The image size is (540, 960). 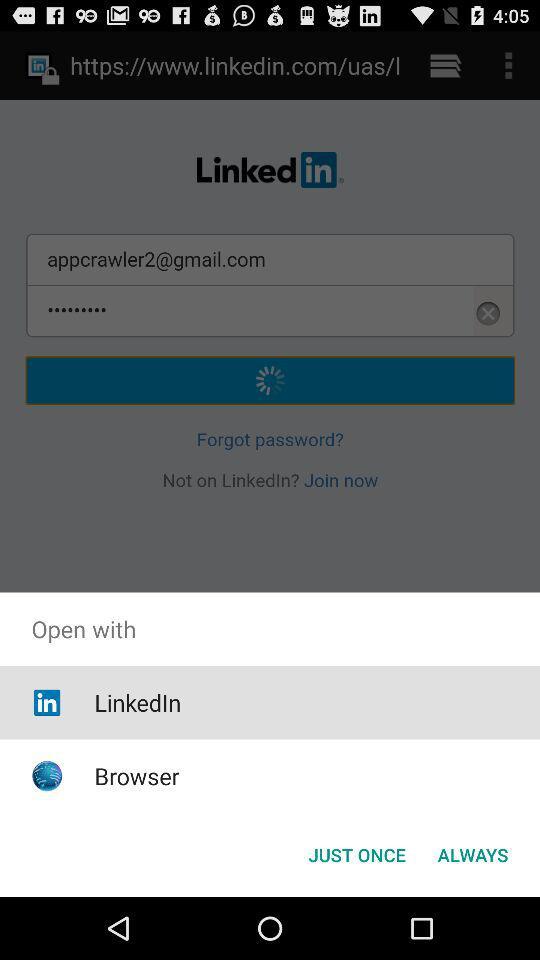 I want to click on always, so click(x=472, y=853).